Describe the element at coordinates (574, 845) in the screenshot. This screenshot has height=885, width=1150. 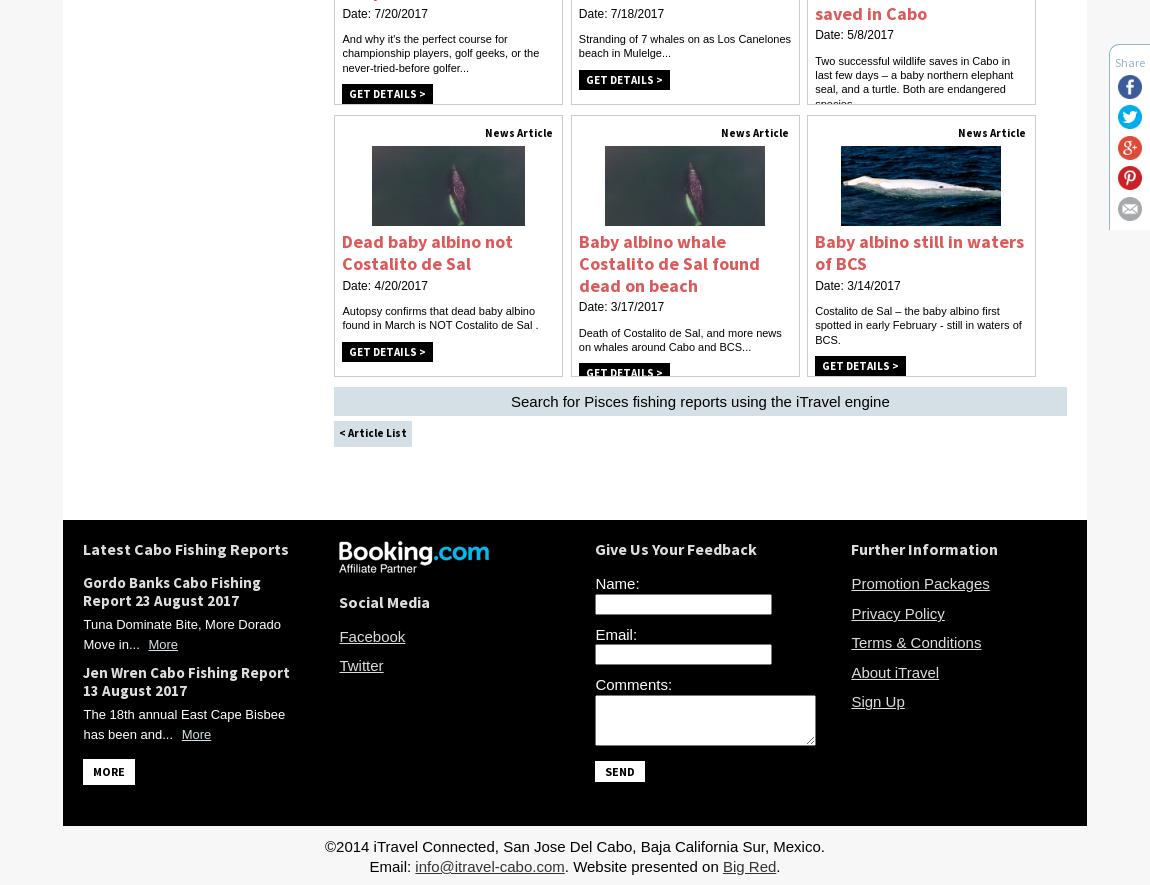
I see `'©2014 iTravel Connected, San Jose Del Cabo, Baja California Sur, Mexico.'` at that location.